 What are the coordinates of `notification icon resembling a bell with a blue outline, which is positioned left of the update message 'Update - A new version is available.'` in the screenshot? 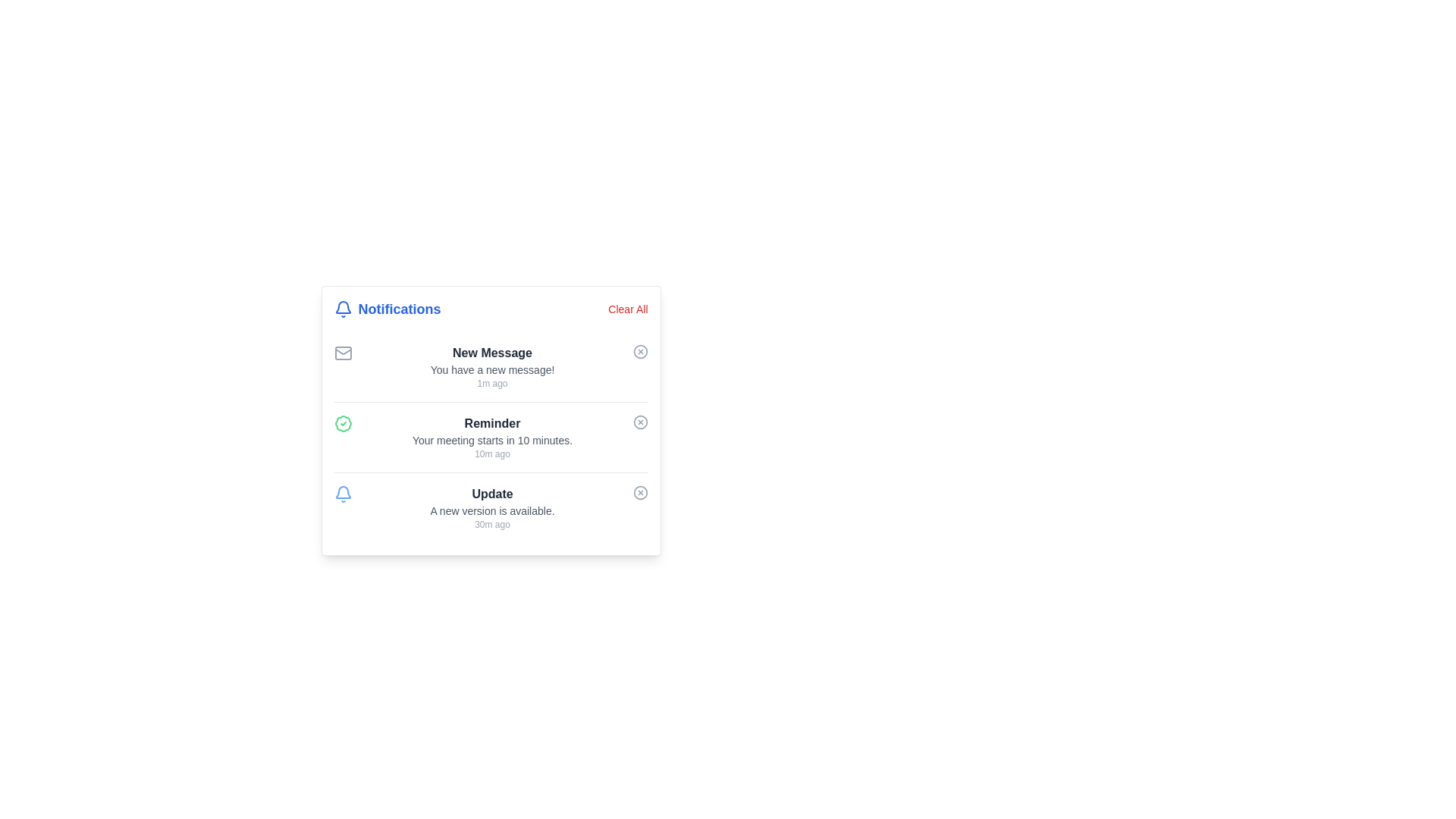 It's located at (342, 494).